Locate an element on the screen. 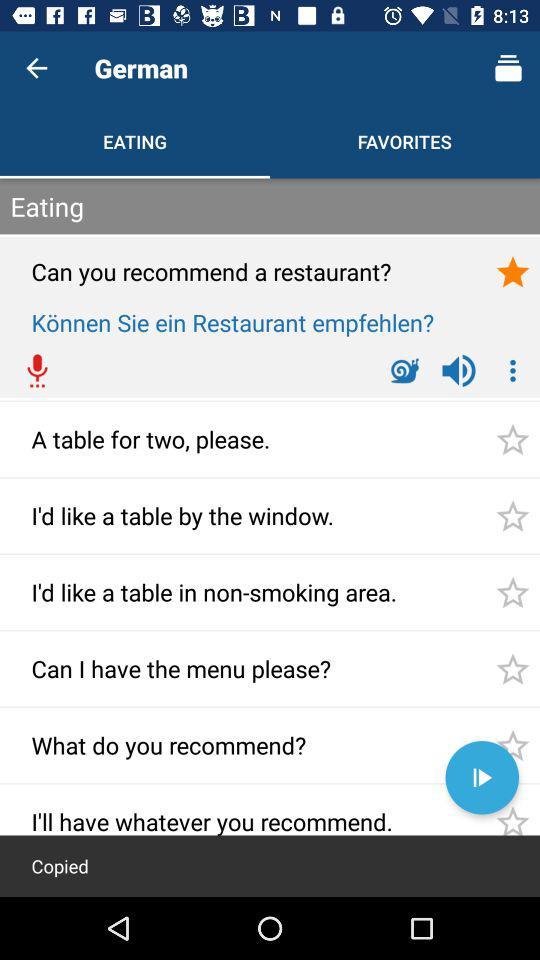  the volume icon which is left to 3 dot vertical icon is located at coordinates (459, 369).